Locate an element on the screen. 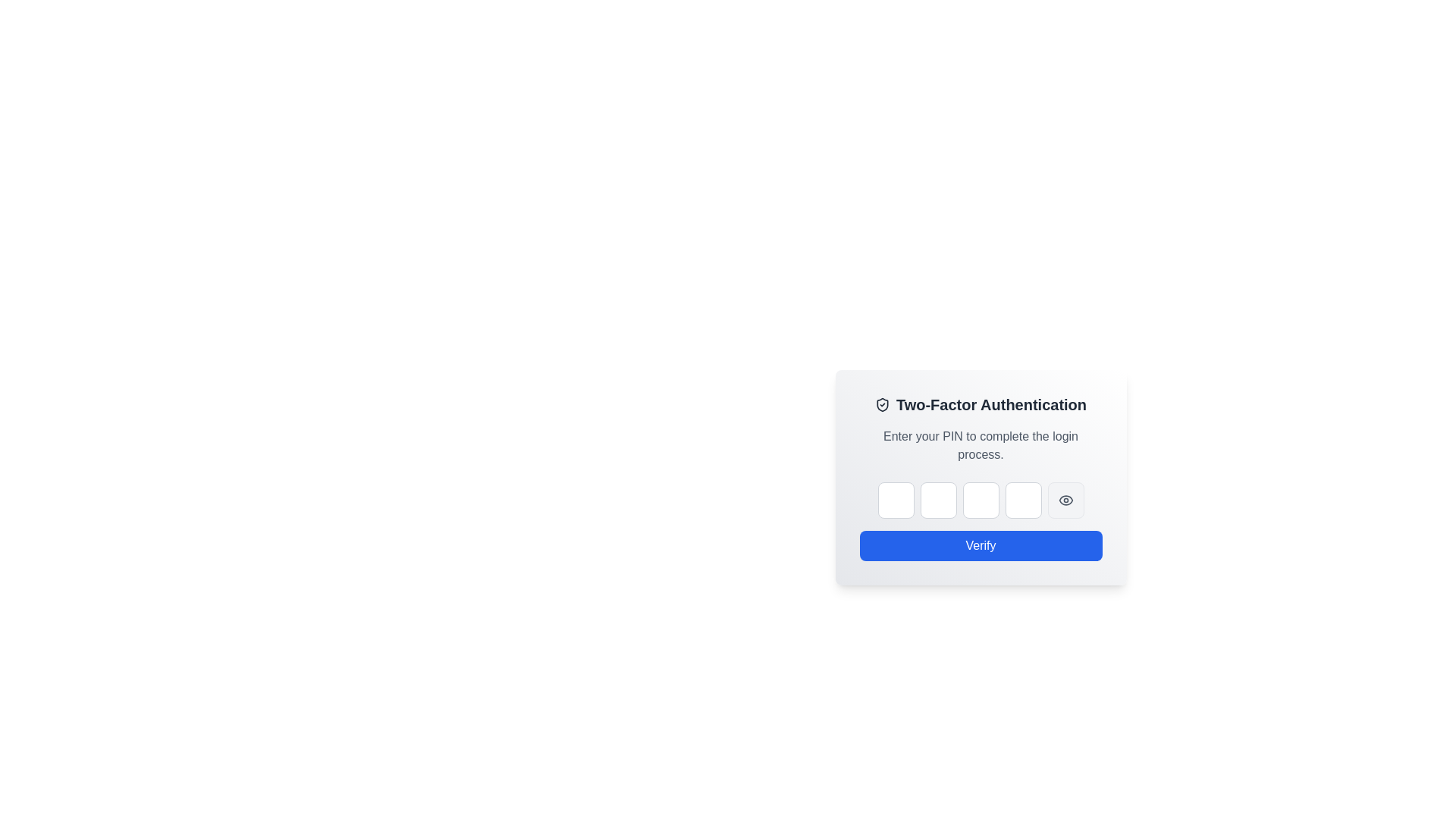 Image resolution: width=1456 pixels, height=819 pixels. shield icon with a check mark inside it, located to the left of the 'Two-Factor Authentication' text in the modal header is located at coordinates (882, 403).